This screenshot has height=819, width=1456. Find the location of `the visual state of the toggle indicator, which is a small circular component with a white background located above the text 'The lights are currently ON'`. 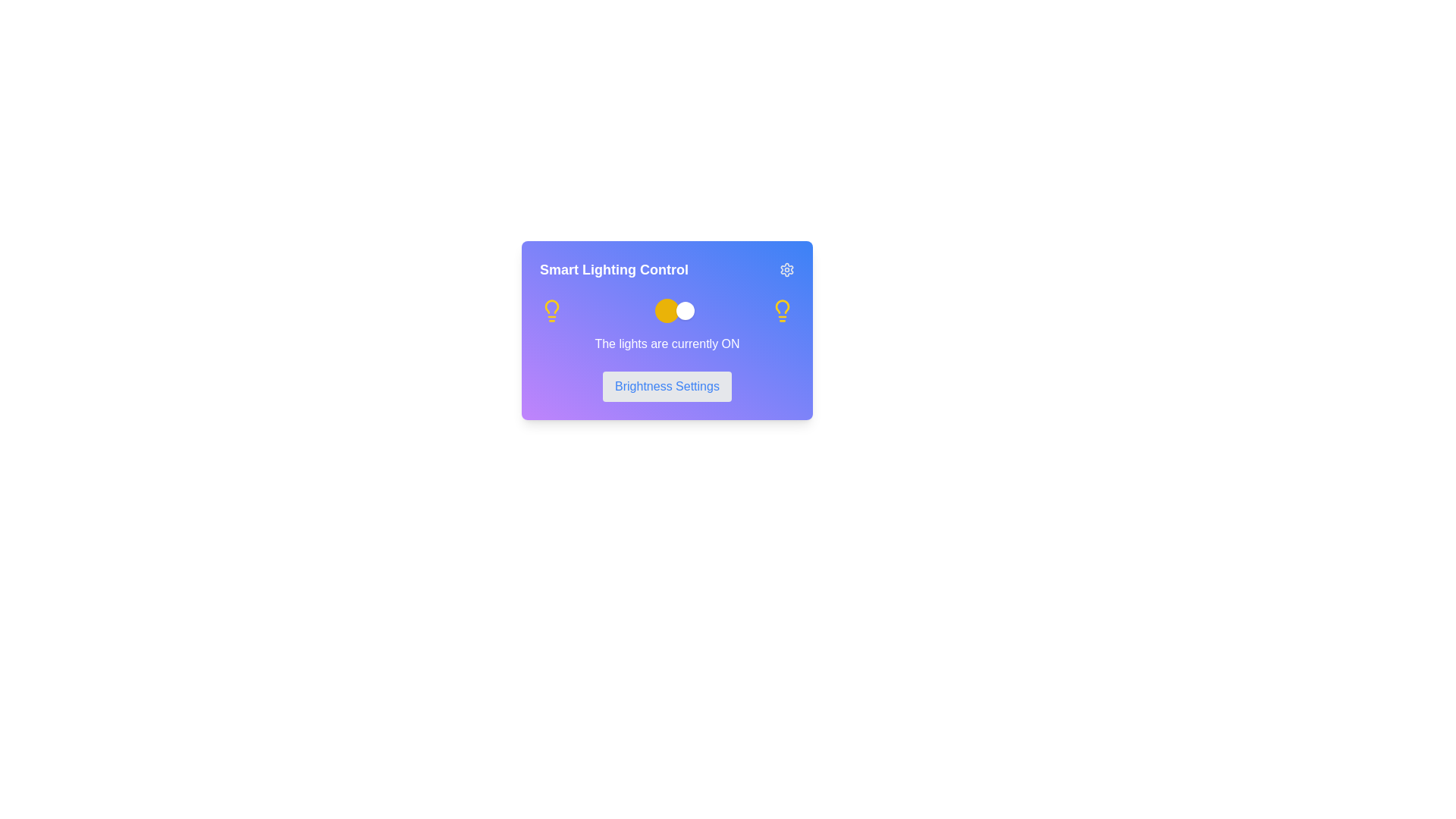

the visual state of the toggle indicator, which is a small circular component with a white background located above the text 'The lights are currently ON' is located at coordinates (684, 309).